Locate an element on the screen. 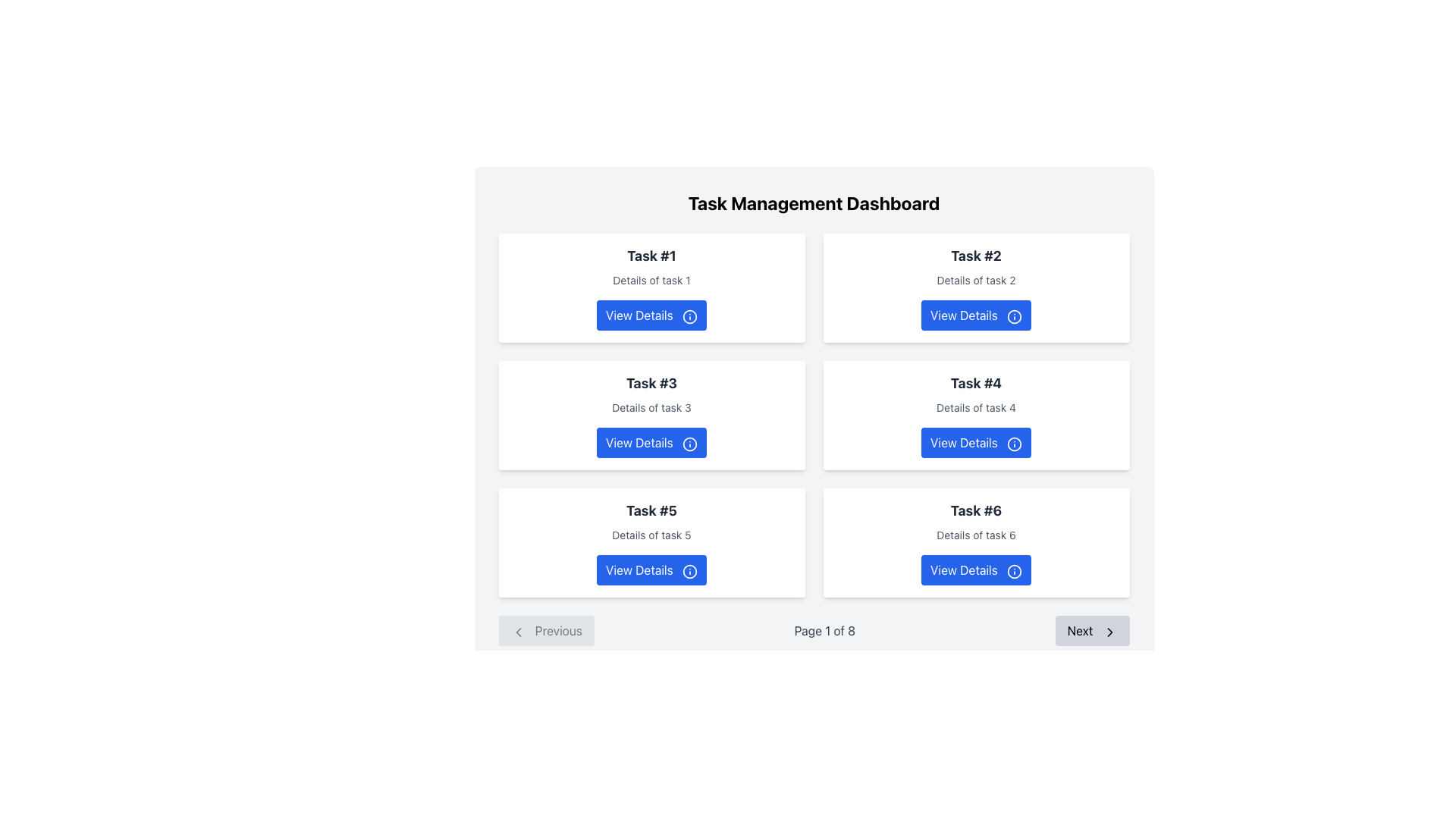  the info icon adjacent to the 'View Details' button on the second card labeled 'Task #2' in the grid layout is located at coordinates (976, 288).